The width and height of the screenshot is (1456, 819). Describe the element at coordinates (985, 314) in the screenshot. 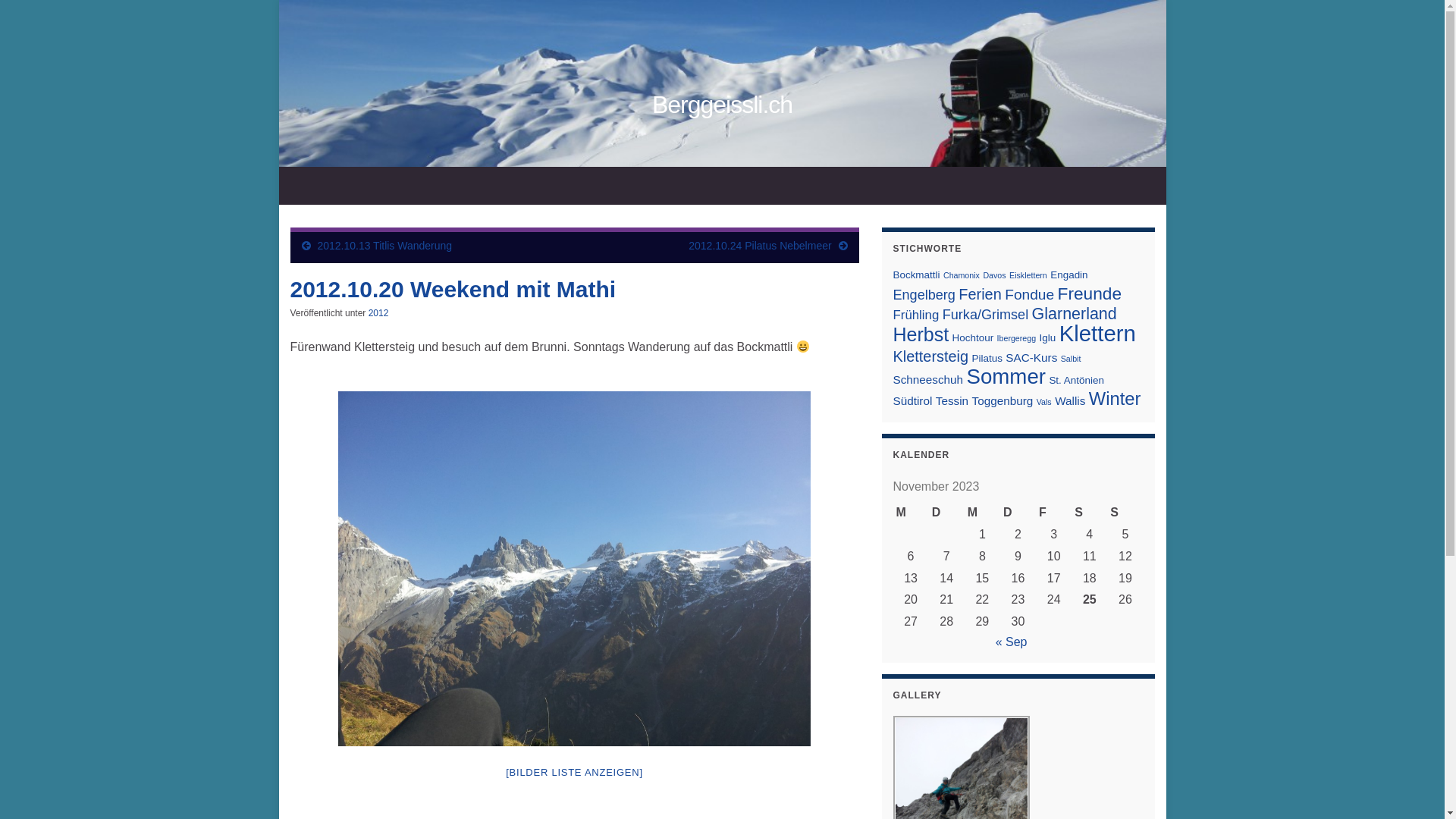

I see `'Furka/Grimsel'` at that location.